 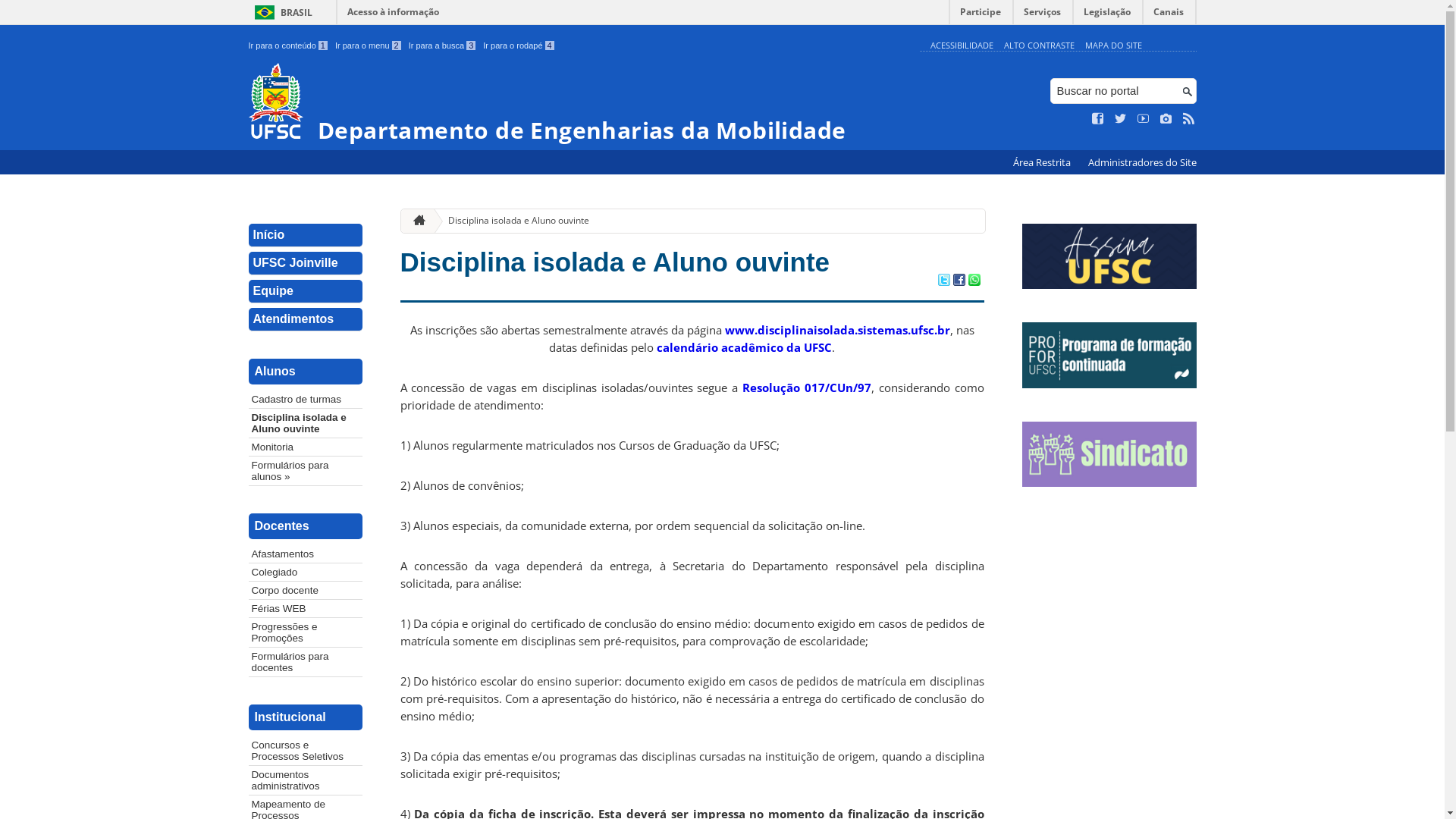 What do you see at coordinates (960, 44) in the screenshot?
I see `'ACESSIBILIDADE'` at bounding box center [960, 44].